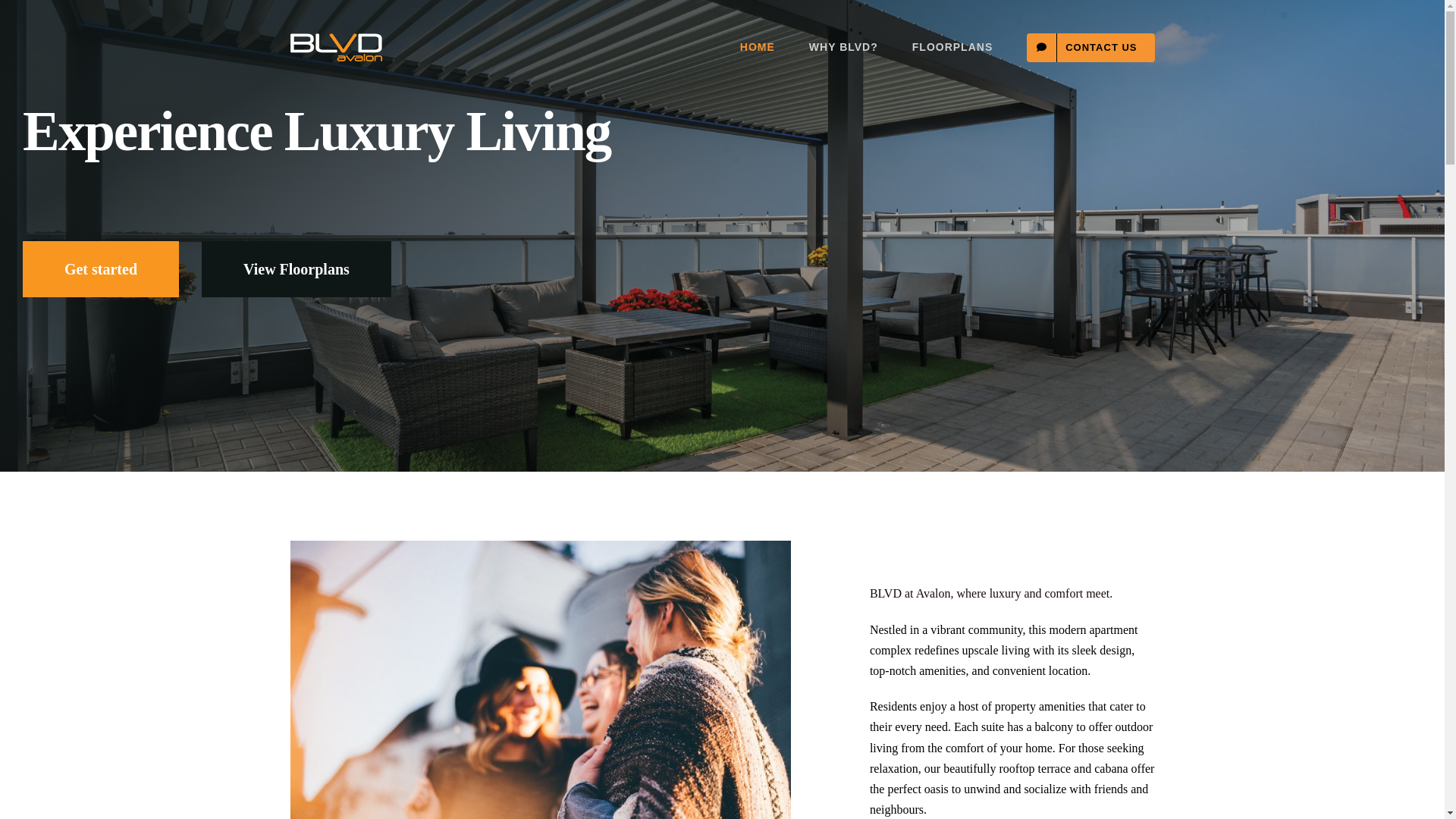 The image size is (1456, 819). What do you see at coordinates (296, 268) in the screenshot?
I see `'View Floorplans'` at bounding box center [296, 268].